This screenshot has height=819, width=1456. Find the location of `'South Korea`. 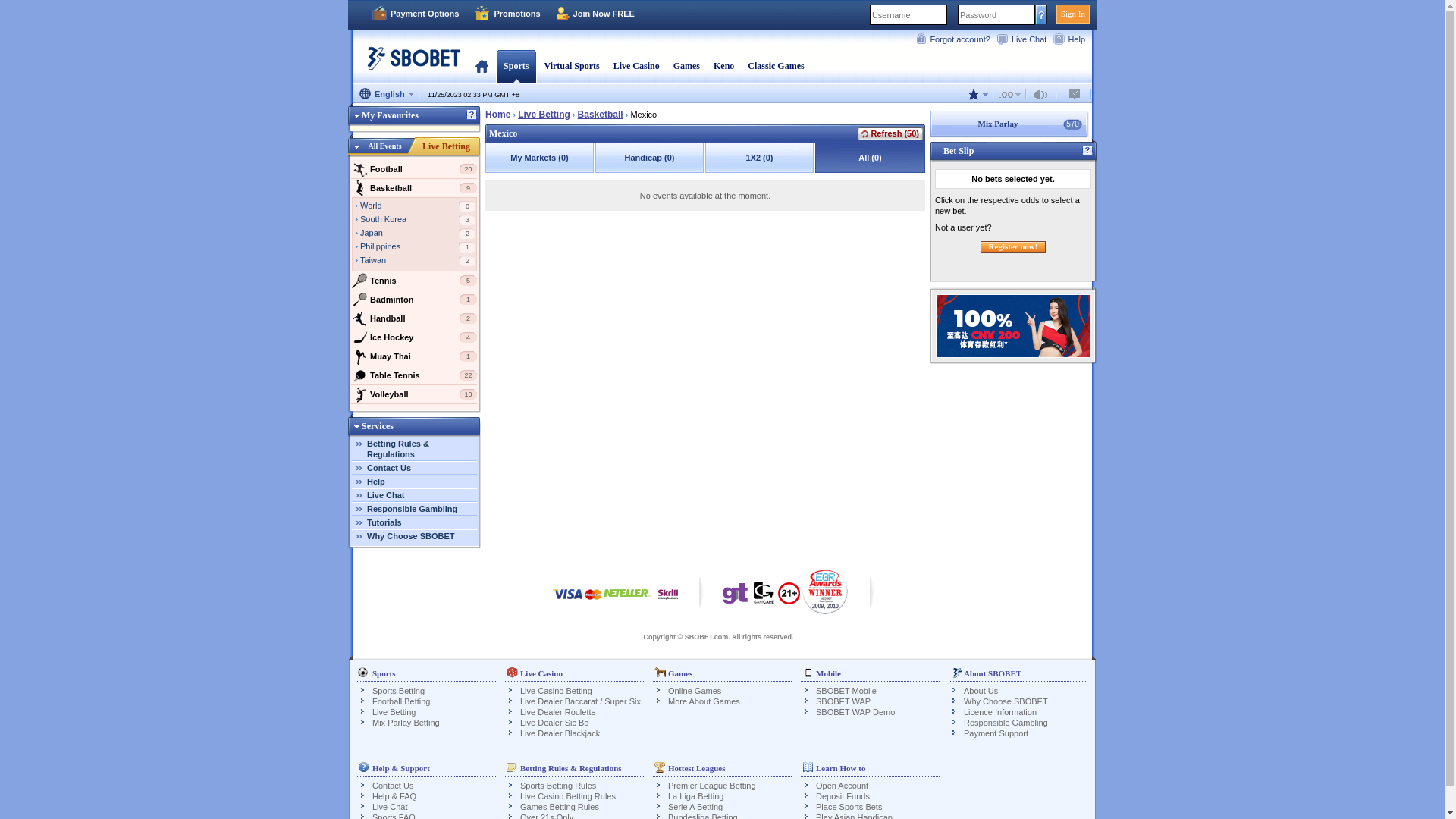

'South Korea is located at coordinates (359, 220).